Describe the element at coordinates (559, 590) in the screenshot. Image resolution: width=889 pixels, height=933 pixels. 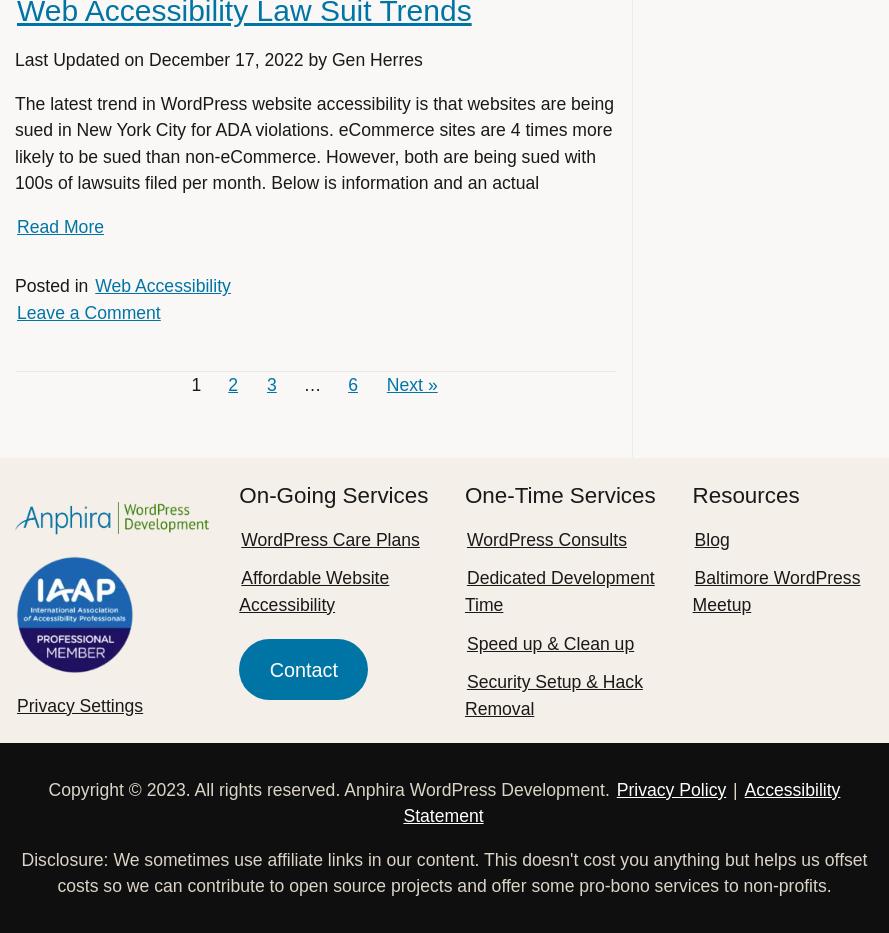
I see `'Dedicated Development Time'` at that location.